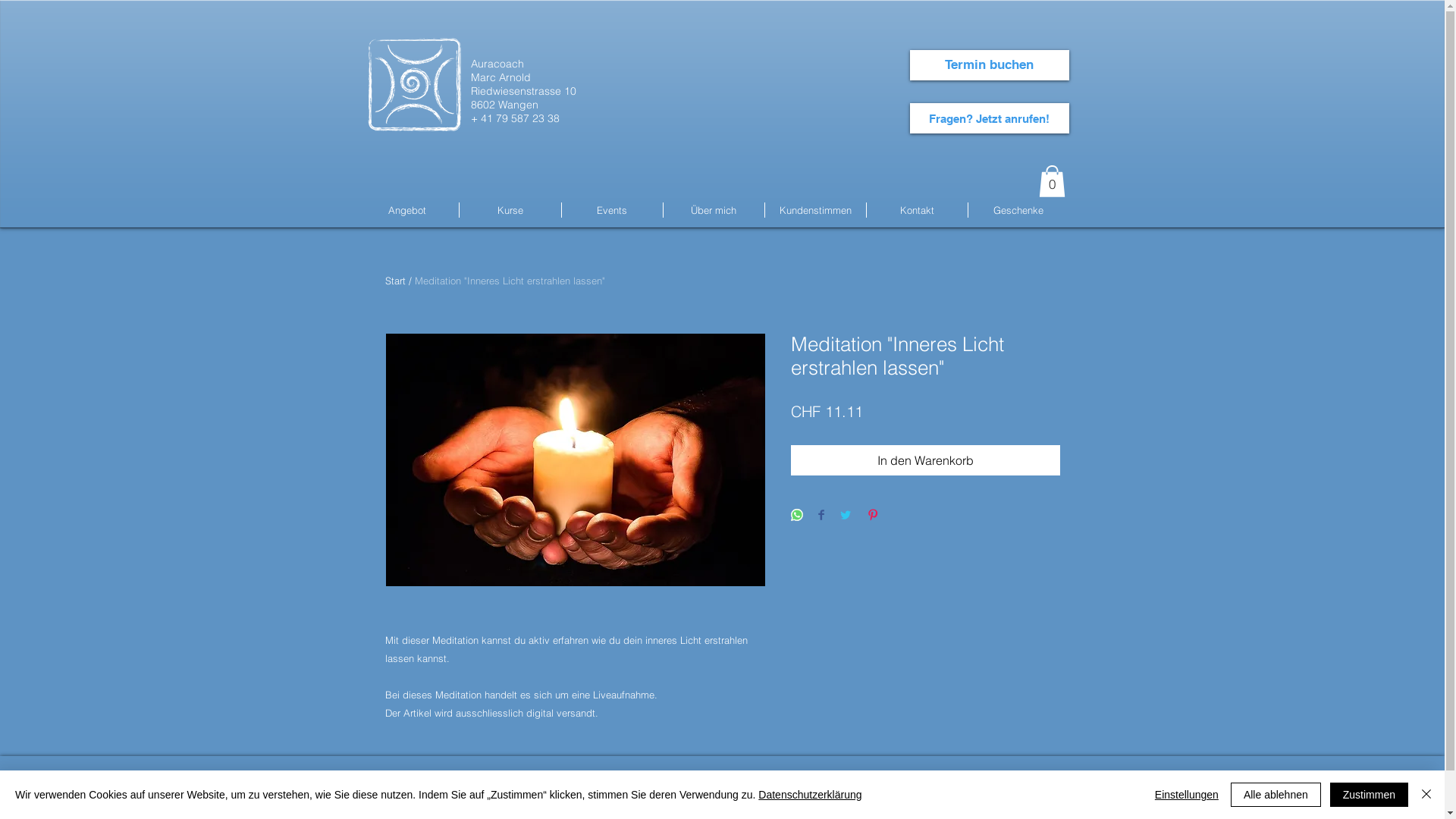 The width and height of the screenshot is (1456, 819). I want to click on 'Kurse', so click(510, 210).